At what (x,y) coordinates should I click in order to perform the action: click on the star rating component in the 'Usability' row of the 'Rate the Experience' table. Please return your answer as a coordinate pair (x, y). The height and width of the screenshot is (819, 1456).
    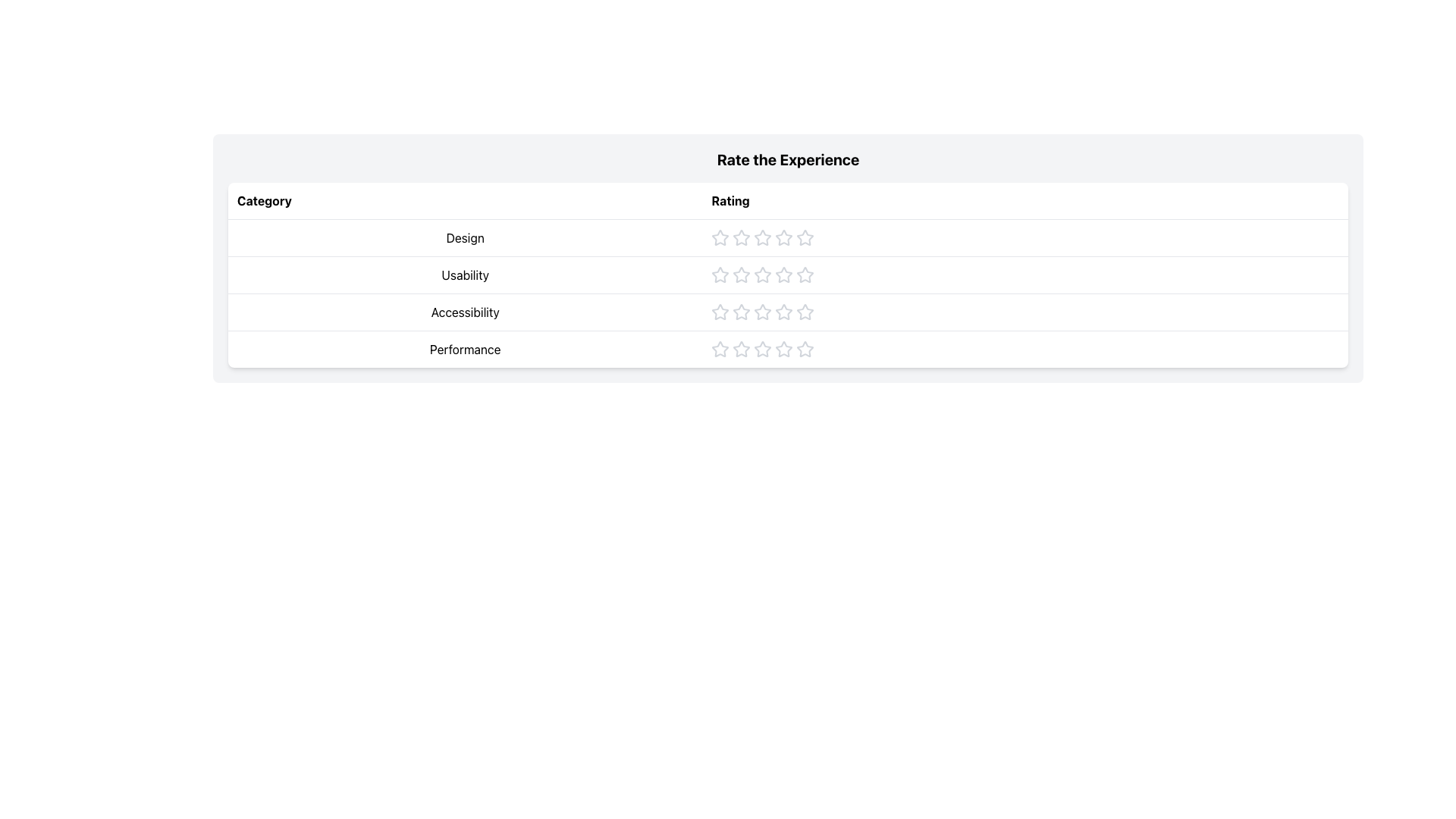
    Looking at the image, I should click on (788, 275).